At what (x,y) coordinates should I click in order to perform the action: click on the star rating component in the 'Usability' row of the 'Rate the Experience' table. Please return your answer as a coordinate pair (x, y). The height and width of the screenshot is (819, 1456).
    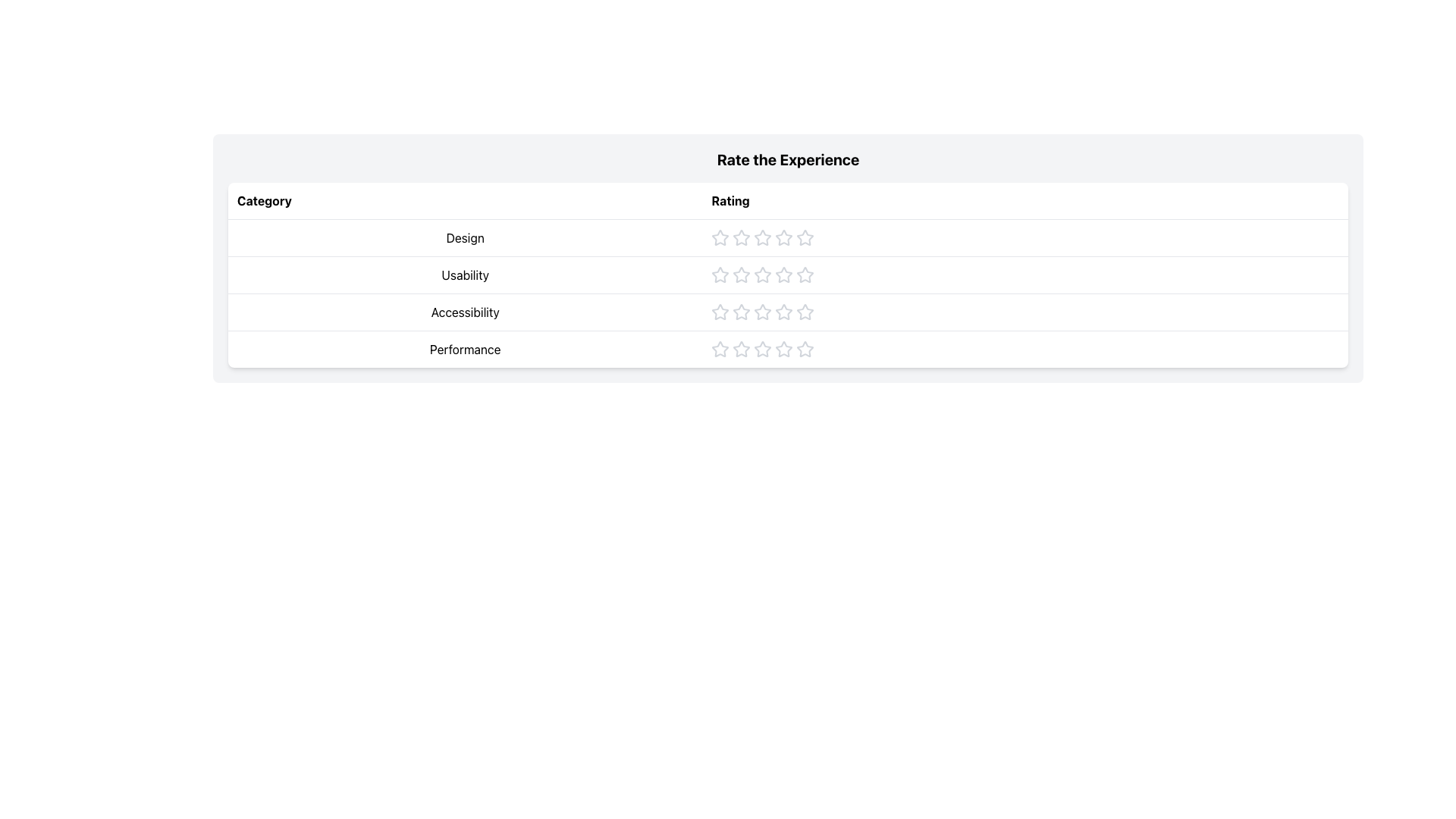
    Looking at the image, I should click on (788, 275).